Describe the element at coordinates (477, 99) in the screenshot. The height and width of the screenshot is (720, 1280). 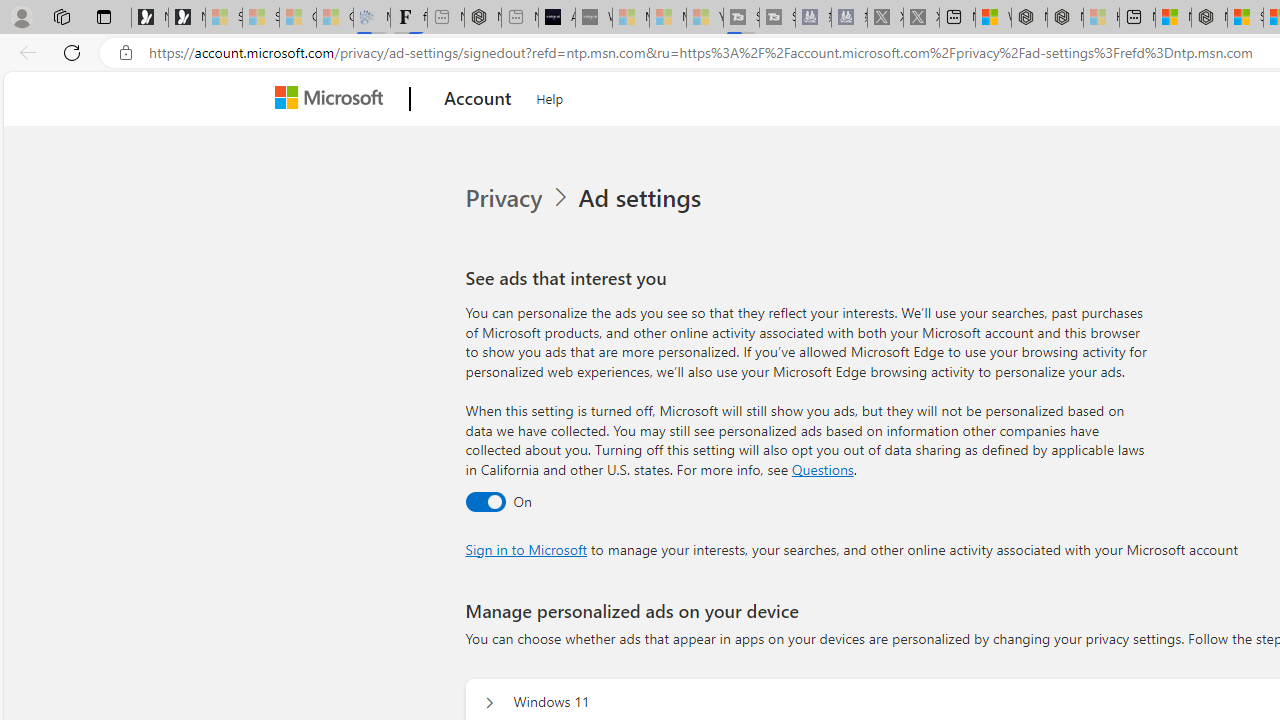
I see `'Account'` at that location.